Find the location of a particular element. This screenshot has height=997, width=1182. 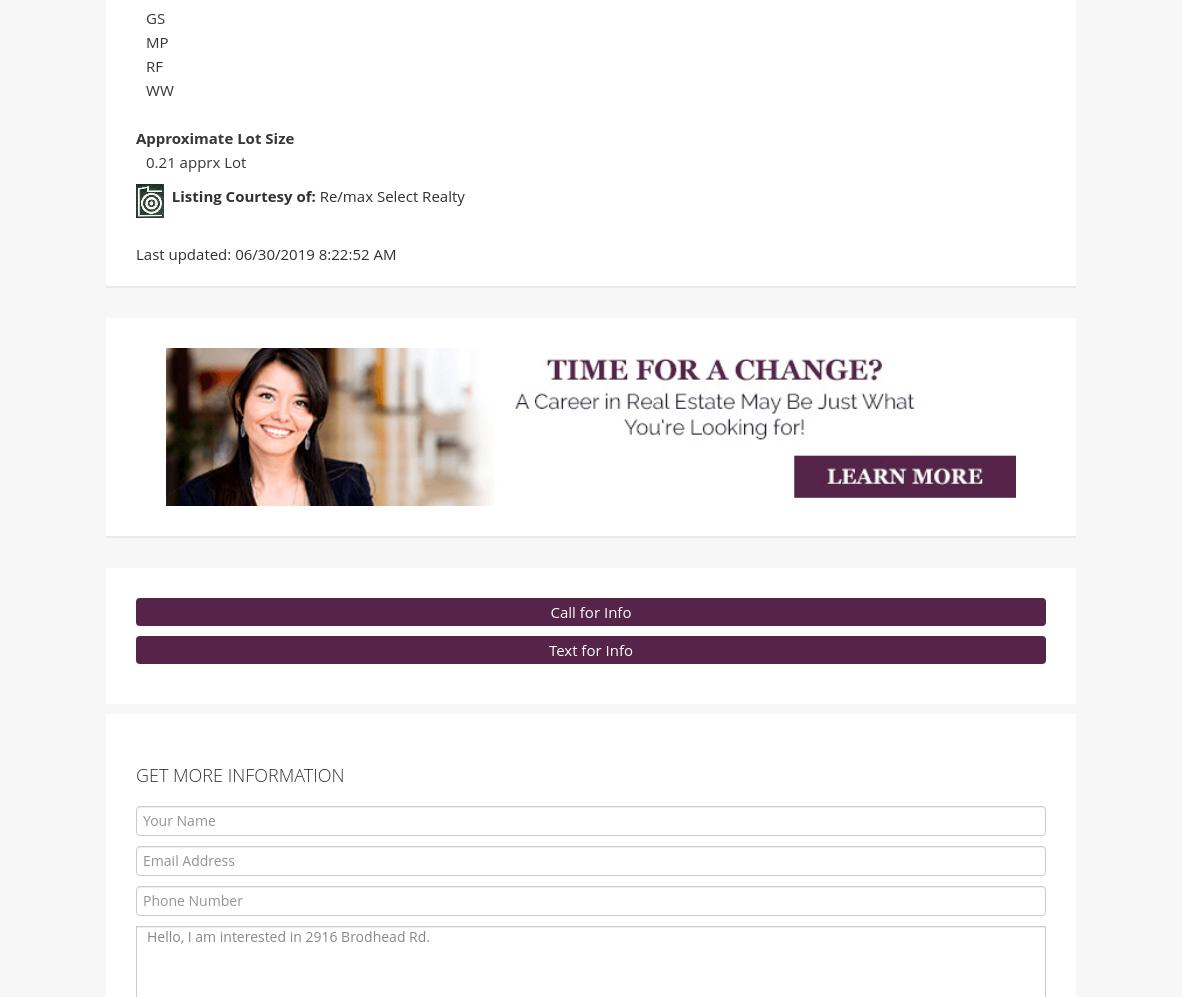

'MP' is located at coordinates (156, 44).